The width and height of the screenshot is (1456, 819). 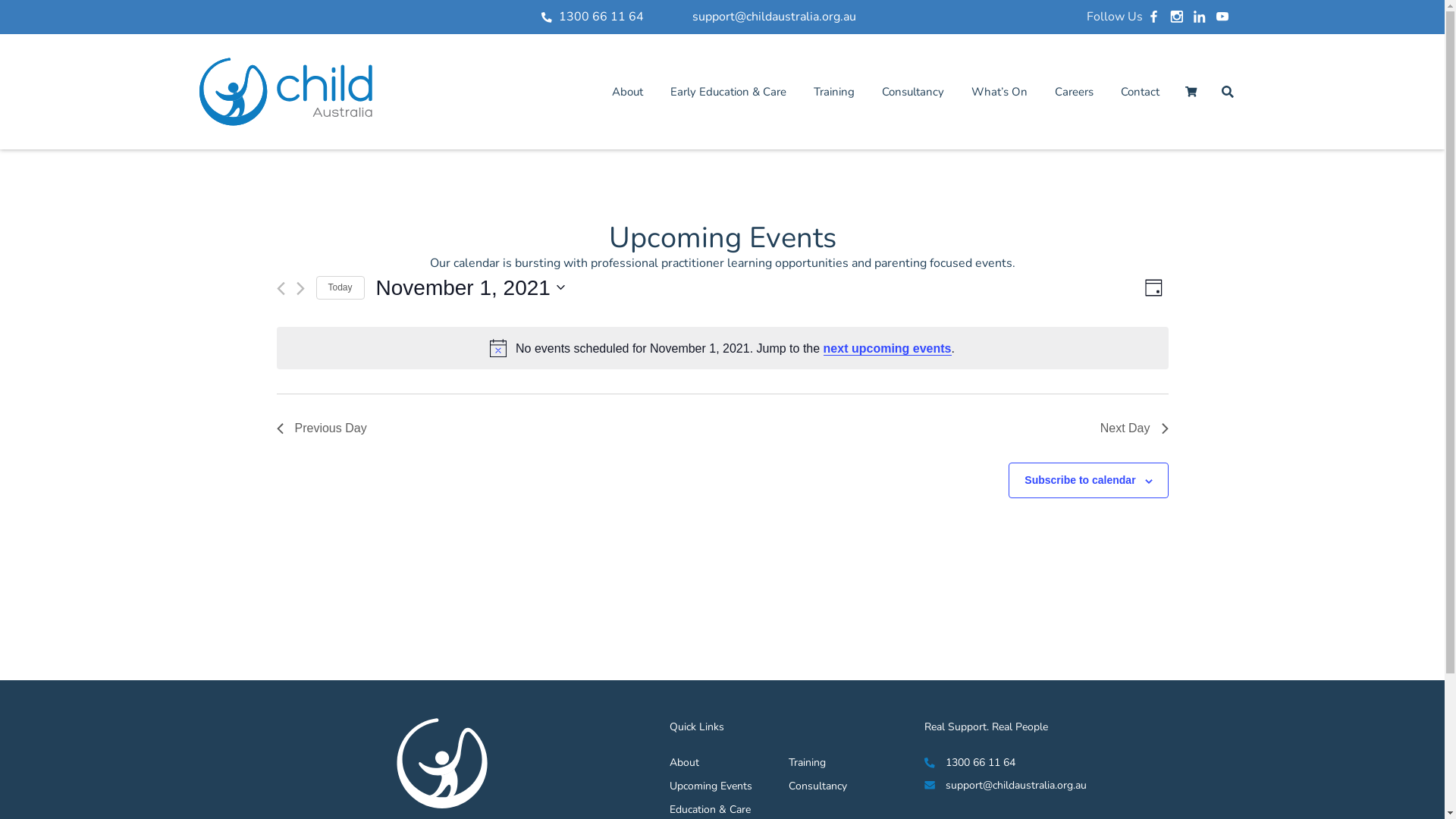 I want to click on 'Education & Care', so click(x=669, y=808).